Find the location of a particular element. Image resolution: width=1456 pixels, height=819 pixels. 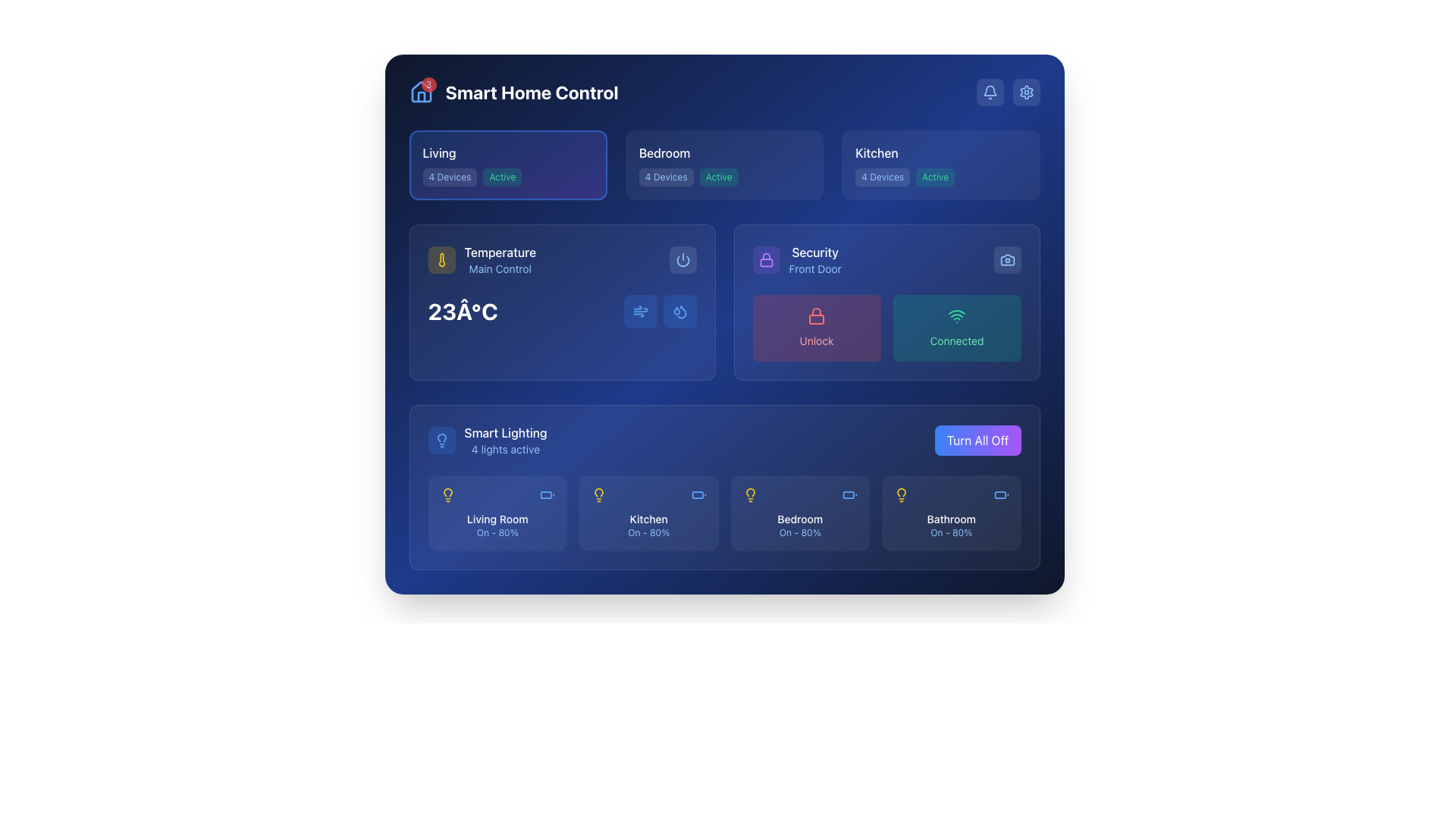

the house-shaped icon with a triangular roof located in the top-left corner of the interface near the title text 'Smart Home Control.' is located at coordinates (421, 92).